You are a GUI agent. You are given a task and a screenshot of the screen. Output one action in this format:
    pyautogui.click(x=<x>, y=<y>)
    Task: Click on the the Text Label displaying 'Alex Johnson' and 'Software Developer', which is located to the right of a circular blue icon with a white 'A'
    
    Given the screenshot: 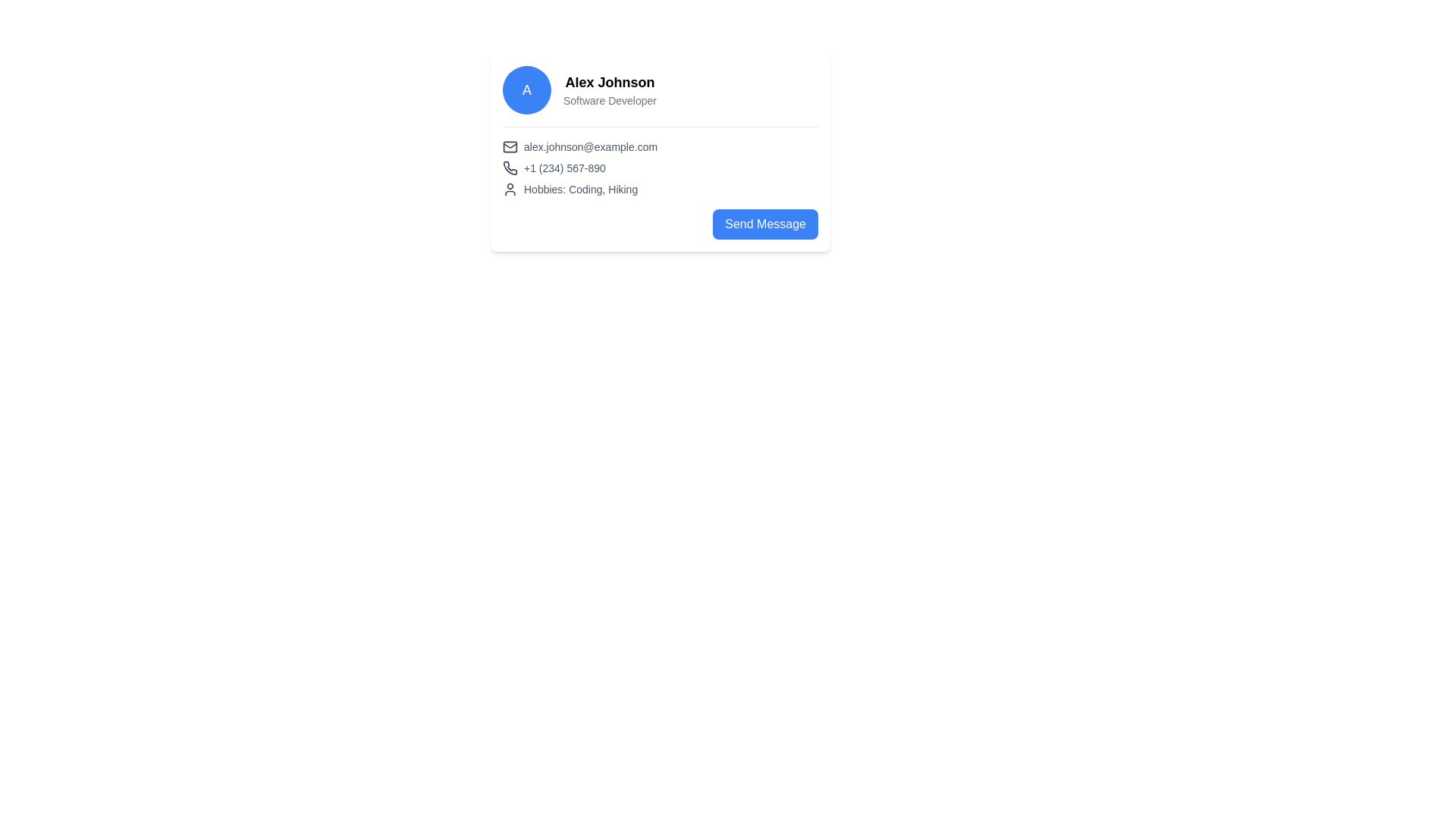 What is the action you would take?
    pyautogui.click(x=610, y=90)
    